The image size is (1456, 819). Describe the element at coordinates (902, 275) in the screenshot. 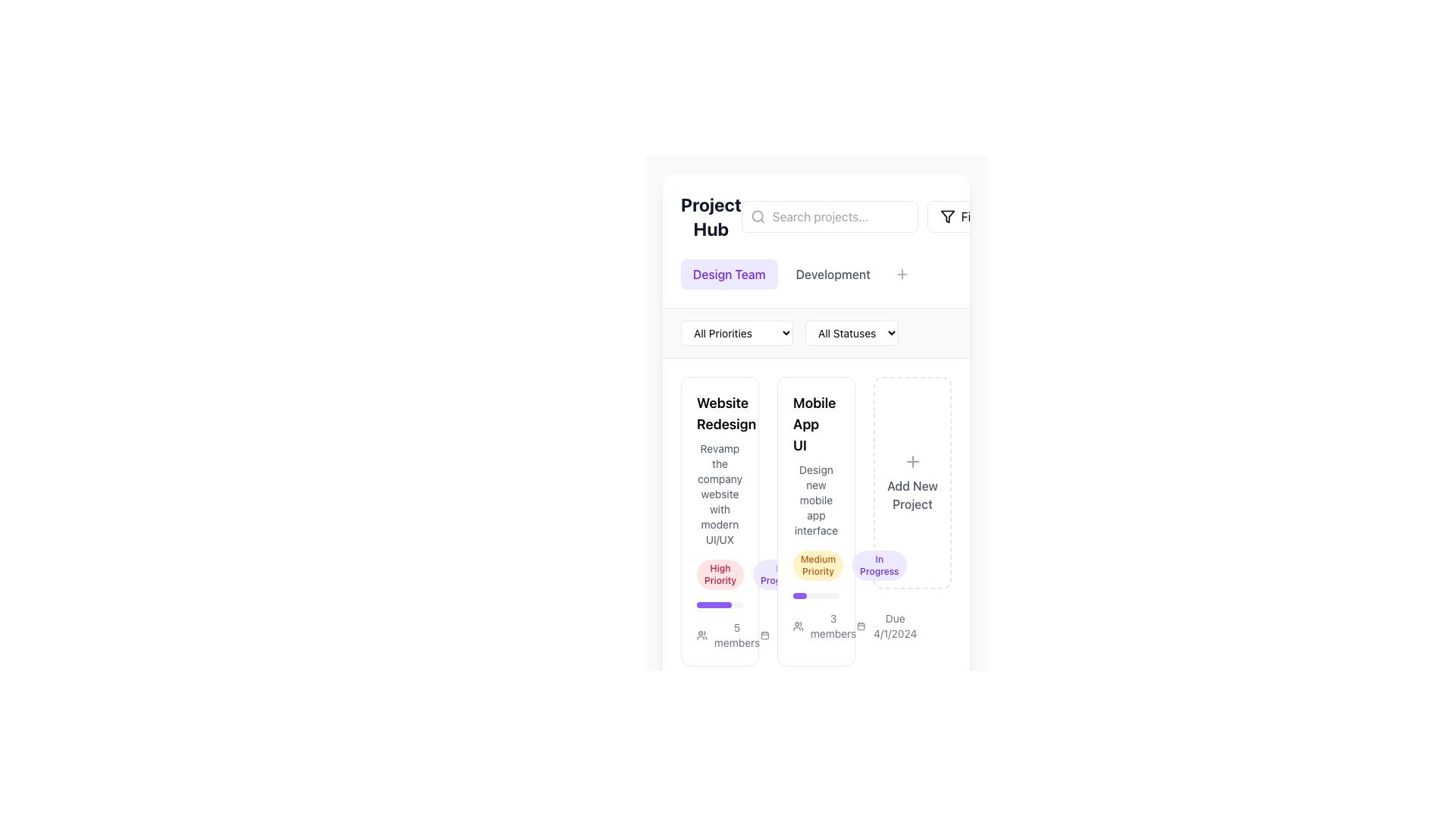

I see `the small rounded rectangle button with light gray text and a plus icon at its center, located to the right of the 'Development' button in the top center section of the interface` at that location.